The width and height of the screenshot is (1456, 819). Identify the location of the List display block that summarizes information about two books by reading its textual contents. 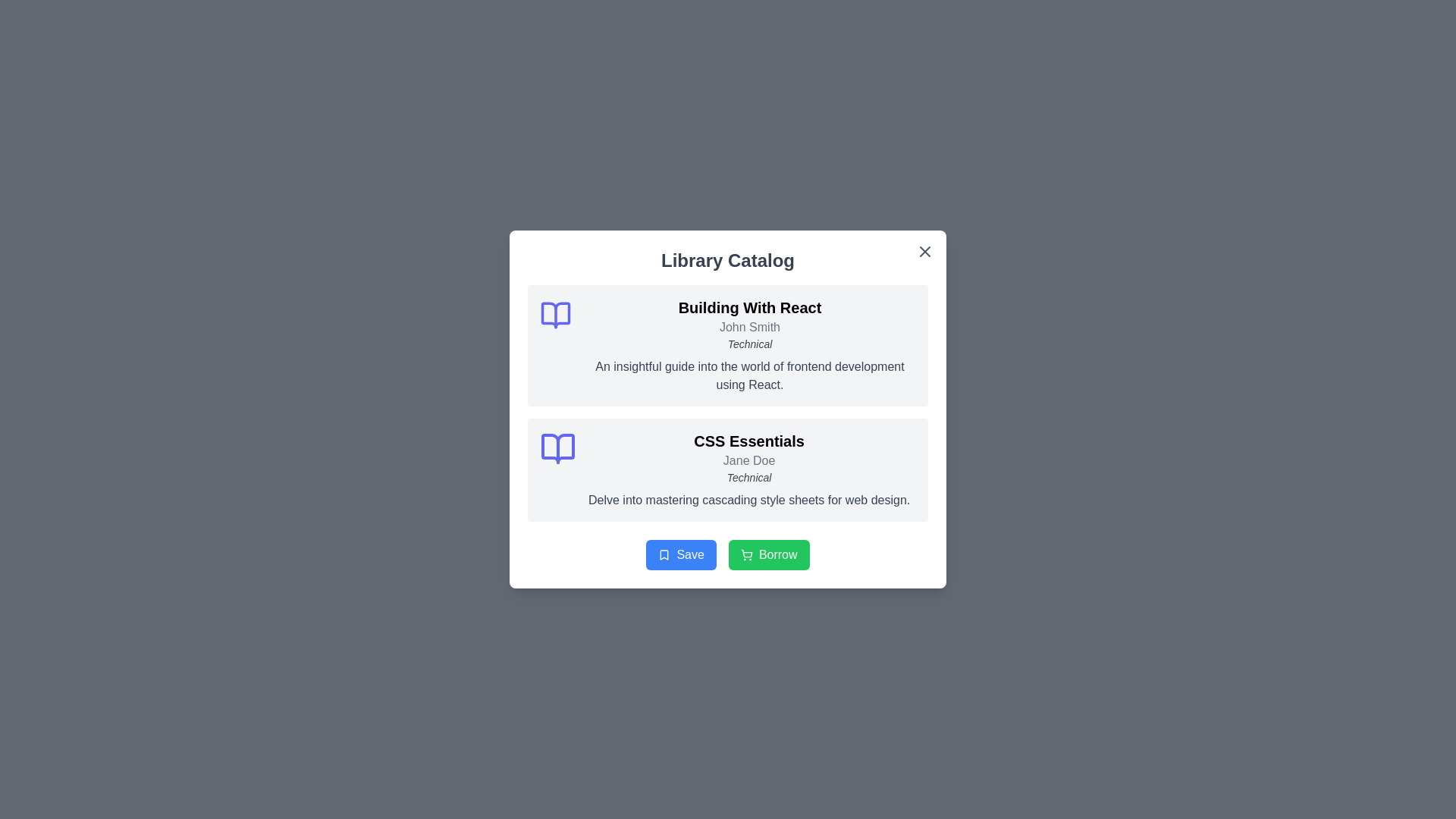
(728, 403).